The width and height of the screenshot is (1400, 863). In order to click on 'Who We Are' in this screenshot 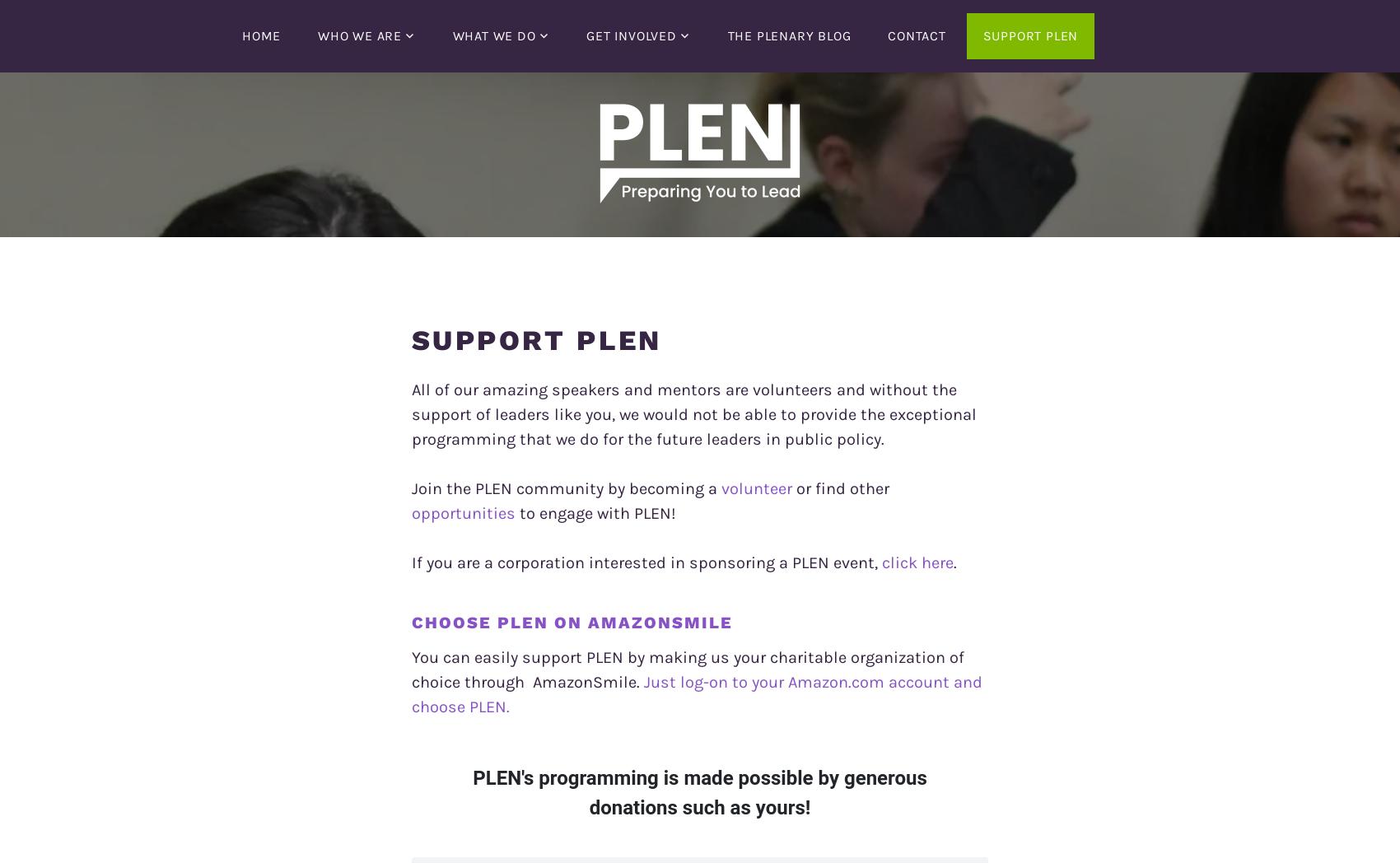, I will do `click(360, 35)`.